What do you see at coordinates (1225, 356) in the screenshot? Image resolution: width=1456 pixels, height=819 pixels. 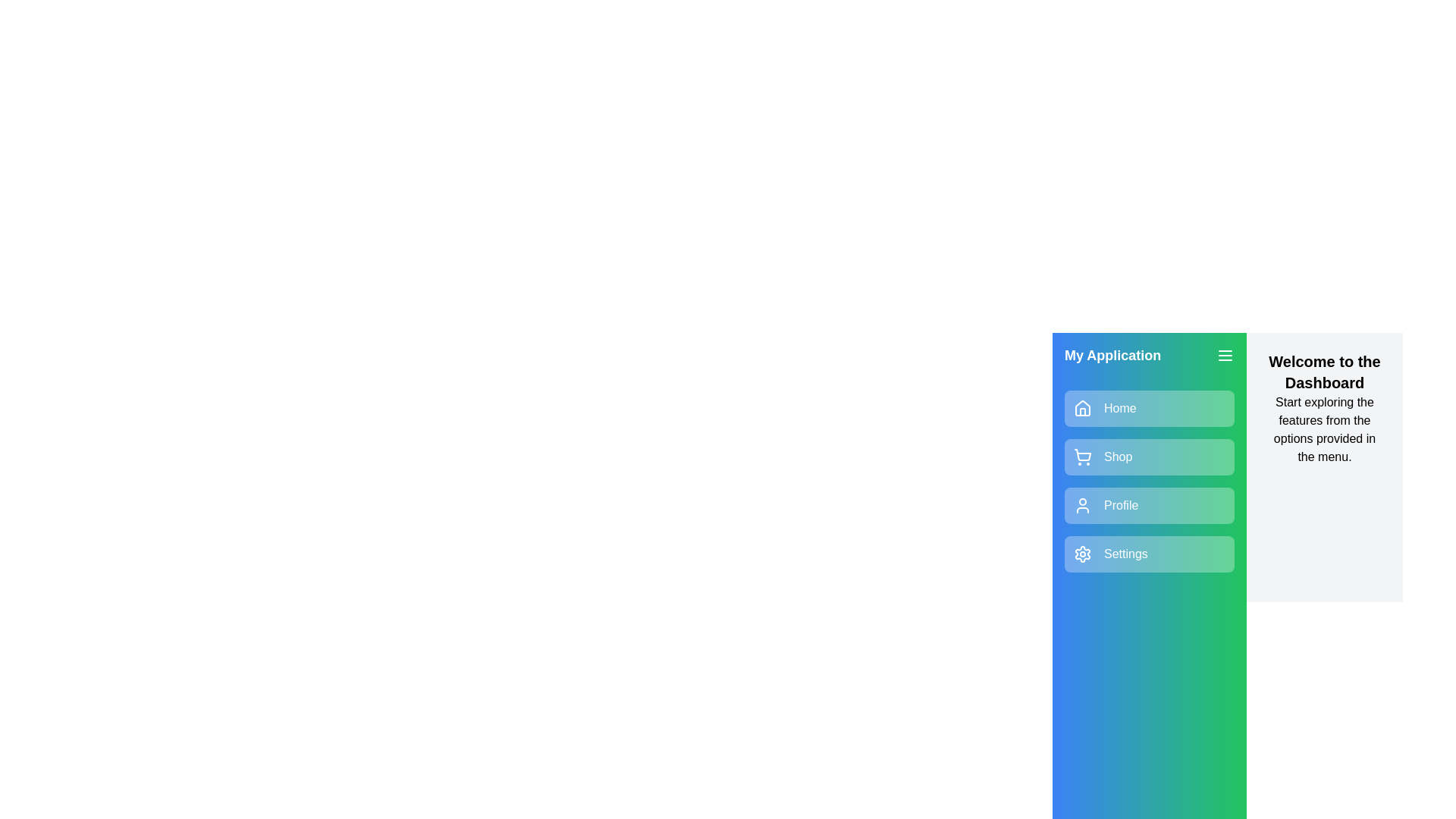 I see `the menu button to toggle the drawer visibility` at bounding box center [1225, 356].